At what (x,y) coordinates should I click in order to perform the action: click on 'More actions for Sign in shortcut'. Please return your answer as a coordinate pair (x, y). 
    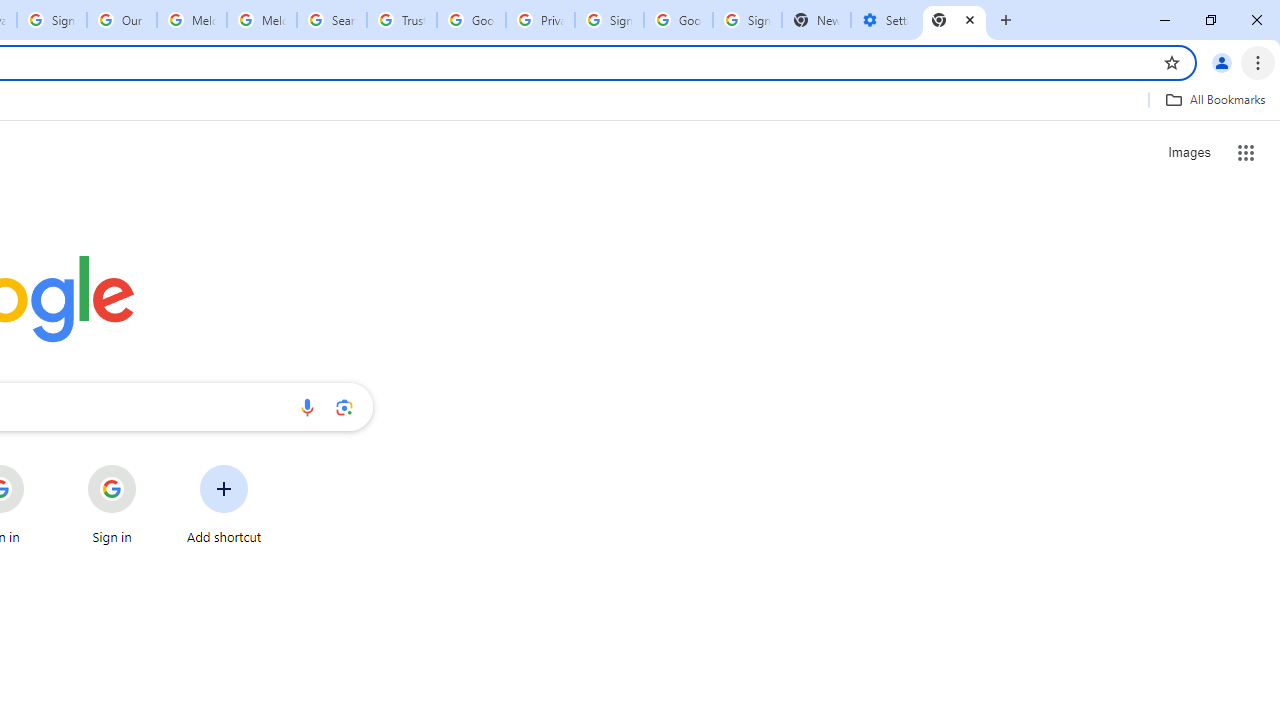
    Looking at the image, I should click on (151, 466).